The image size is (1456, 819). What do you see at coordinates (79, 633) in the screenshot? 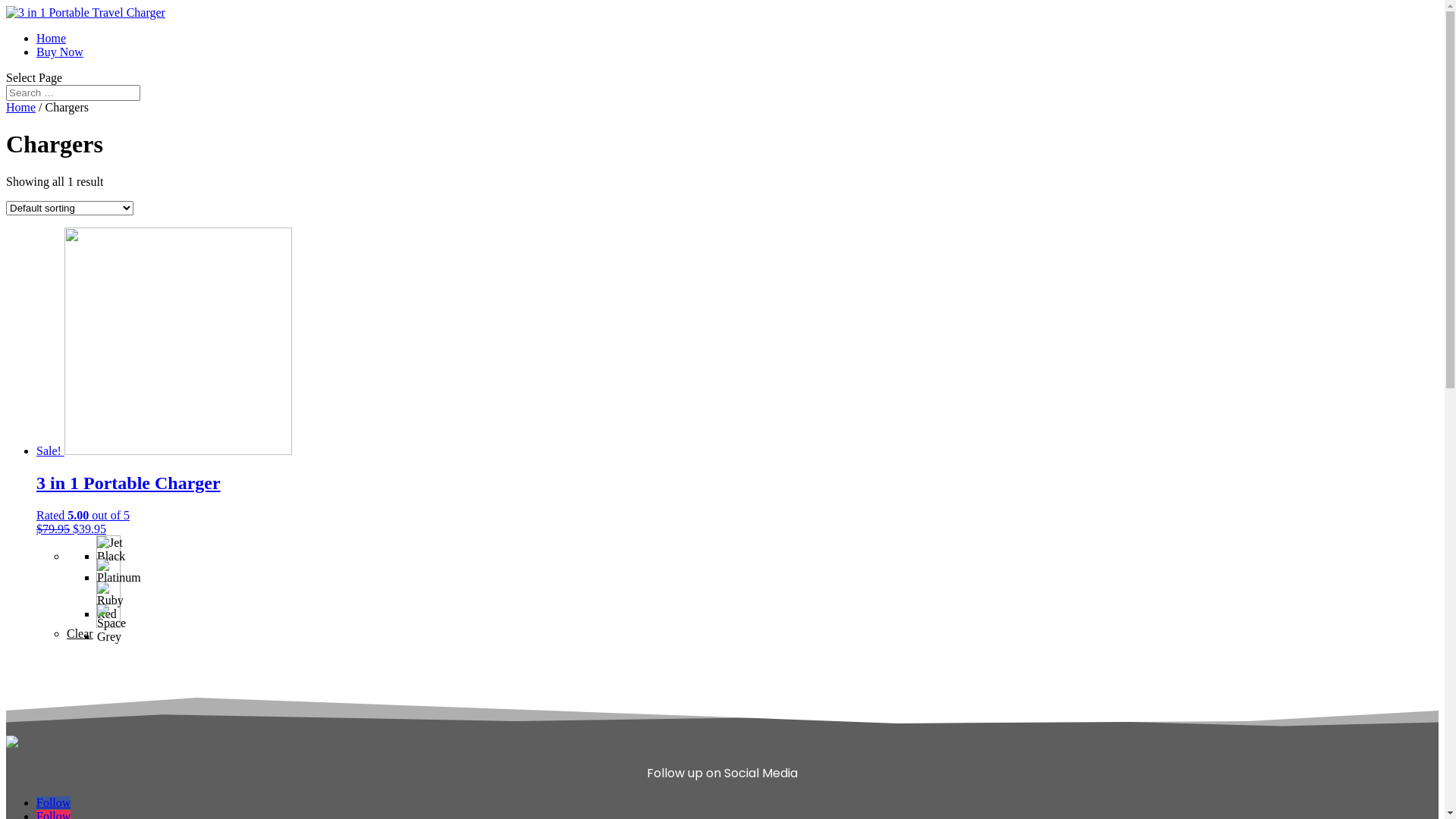
I see `'Clear'` at bounding box center [79, 633].